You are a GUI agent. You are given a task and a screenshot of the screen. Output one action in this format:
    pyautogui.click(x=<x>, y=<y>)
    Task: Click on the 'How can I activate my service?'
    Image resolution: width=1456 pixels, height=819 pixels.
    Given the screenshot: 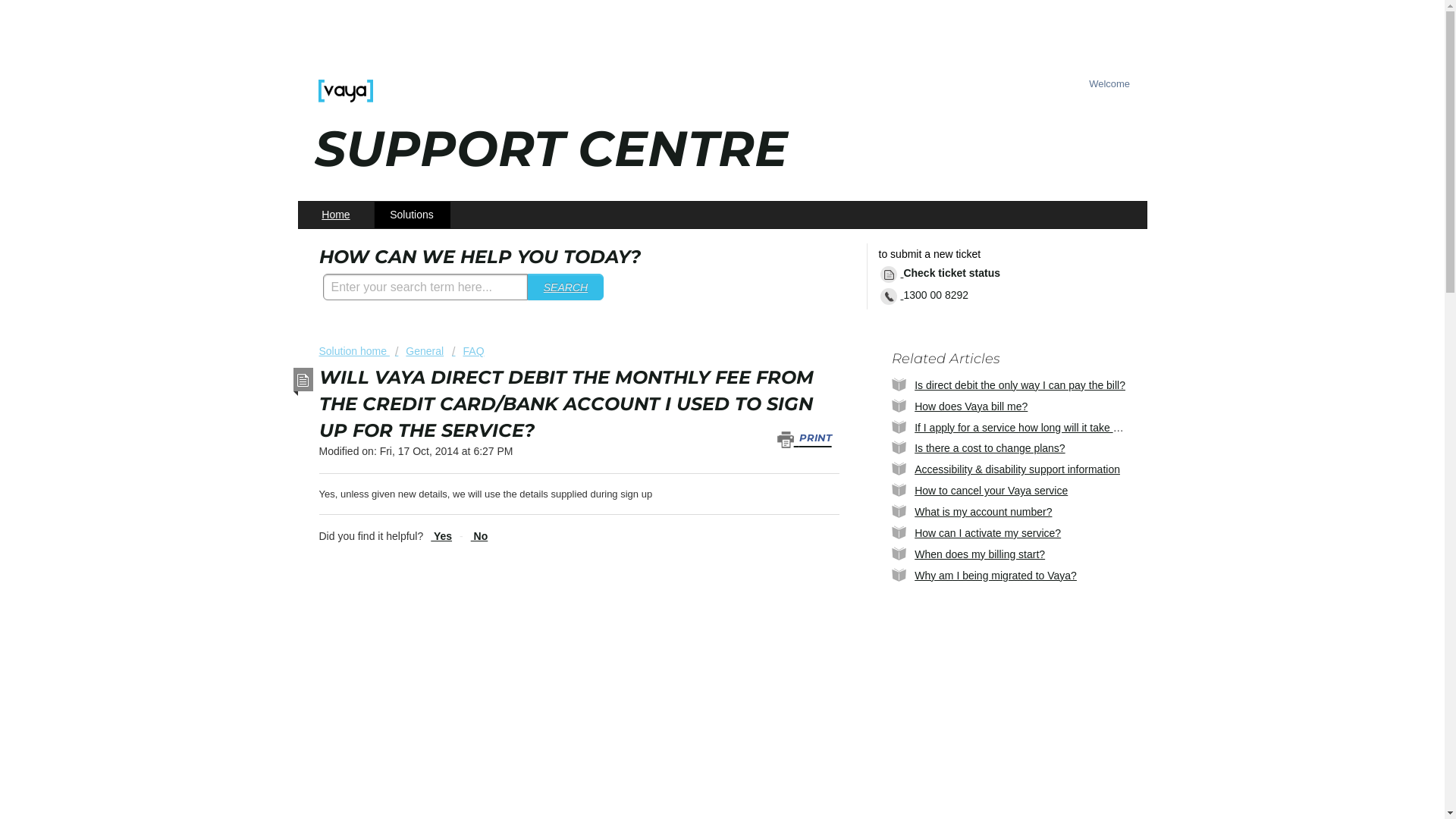 What is the action you would take?
    pyautogui.click(x=987, y=532)
    